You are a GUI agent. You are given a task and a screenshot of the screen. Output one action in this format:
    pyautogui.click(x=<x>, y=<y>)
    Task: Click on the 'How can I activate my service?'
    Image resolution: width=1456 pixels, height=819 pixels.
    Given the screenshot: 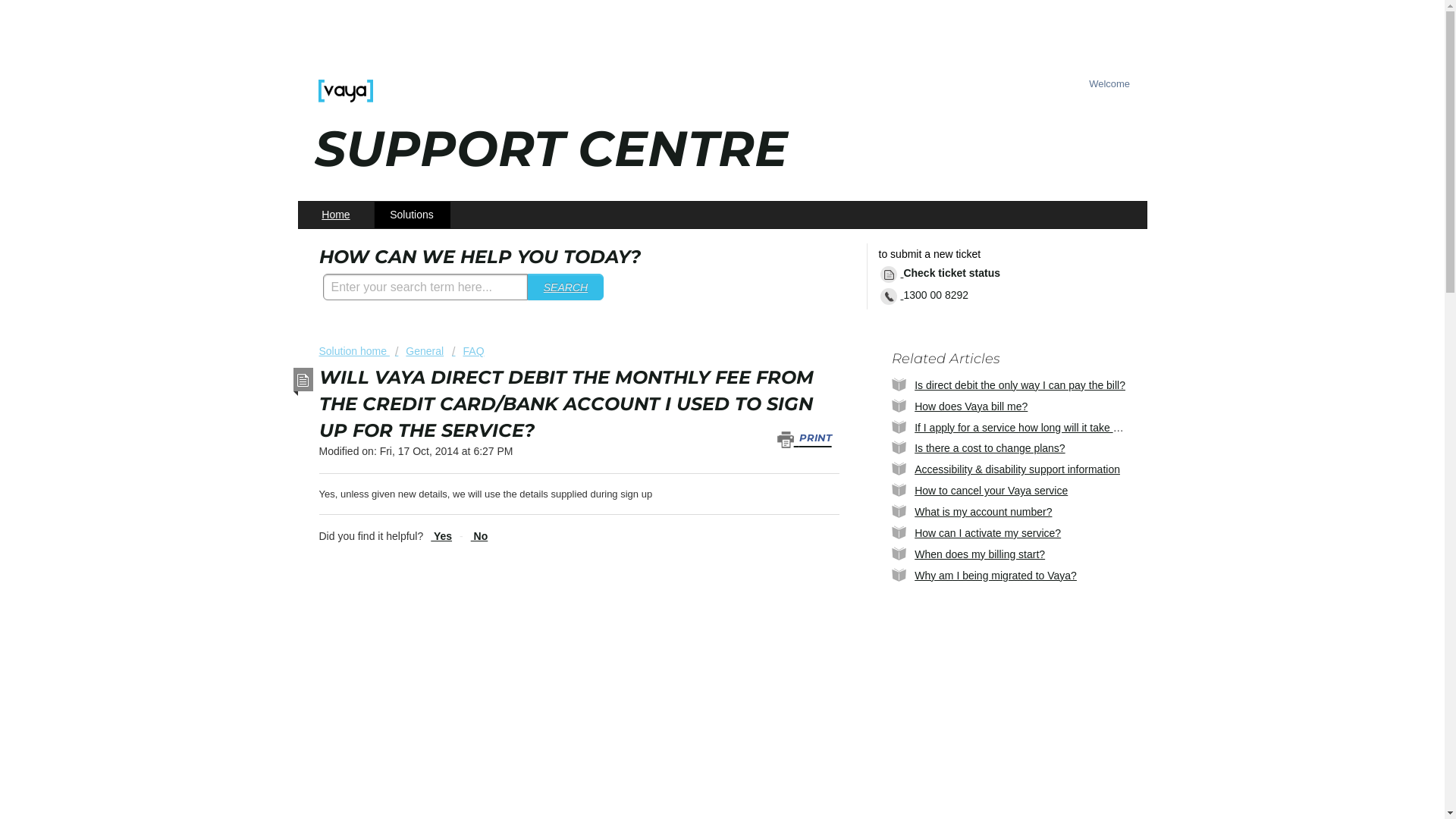 What is the action you would take?
    pyautogui.click(x=987, y=532)
    